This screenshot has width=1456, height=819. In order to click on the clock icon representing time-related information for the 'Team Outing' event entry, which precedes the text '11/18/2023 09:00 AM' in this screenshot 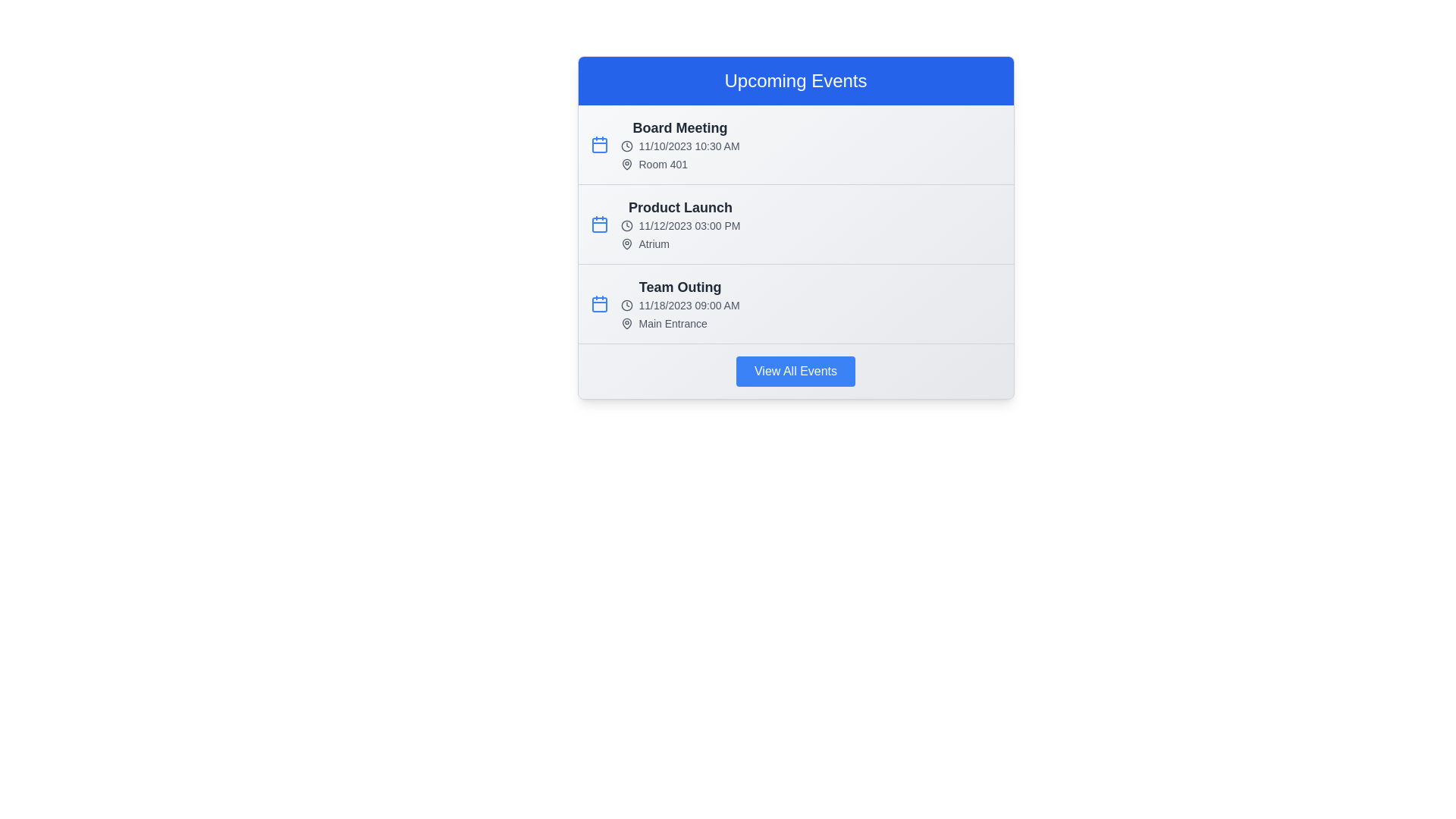, I will do `click(626, 305)`.